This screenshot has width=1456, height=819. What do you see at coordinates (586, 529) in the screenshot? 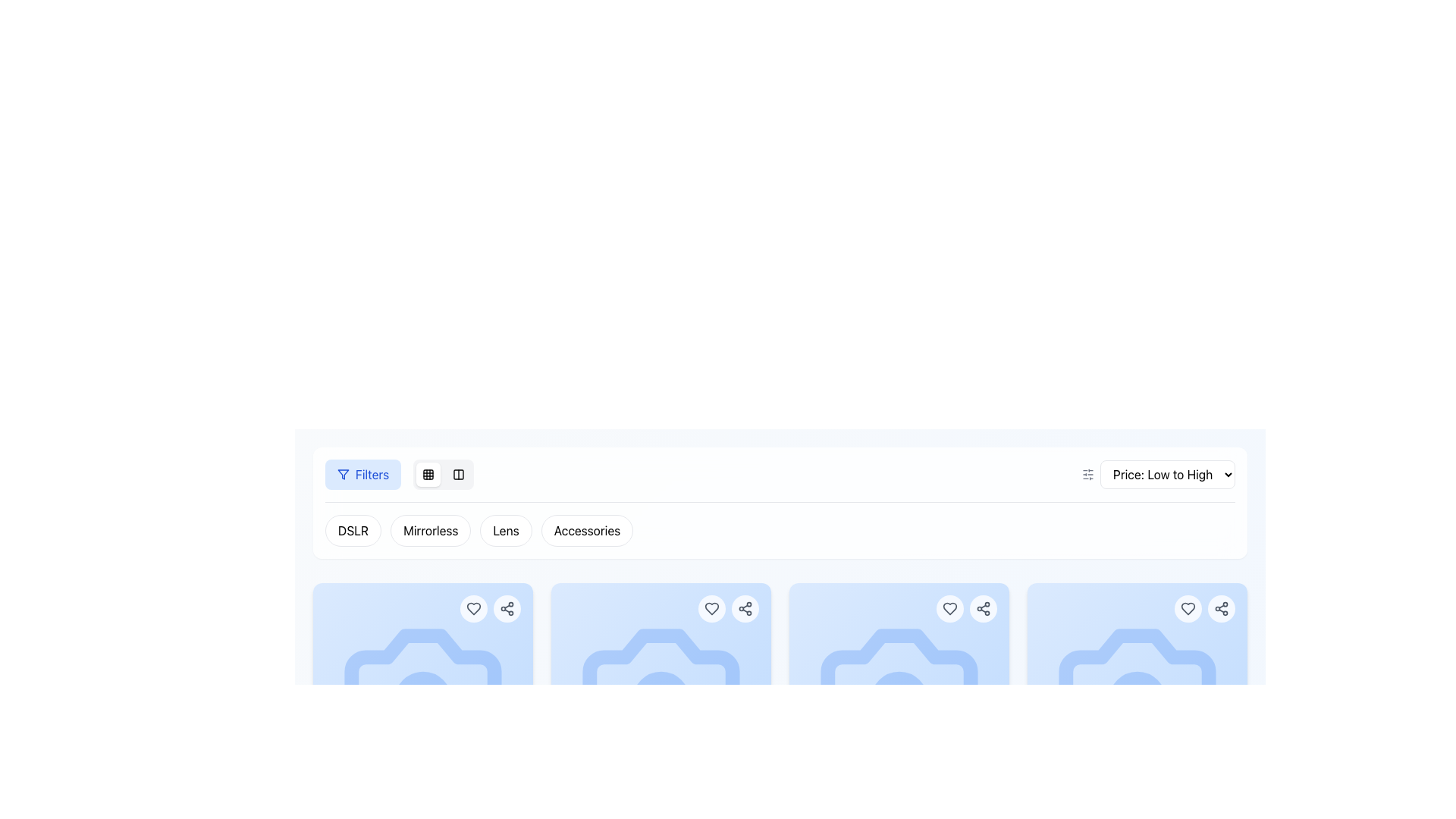
I see `the rounded rectangular button labeled 'Accessories' that has a white background and a hover effect` at bounding box center [586, 529].